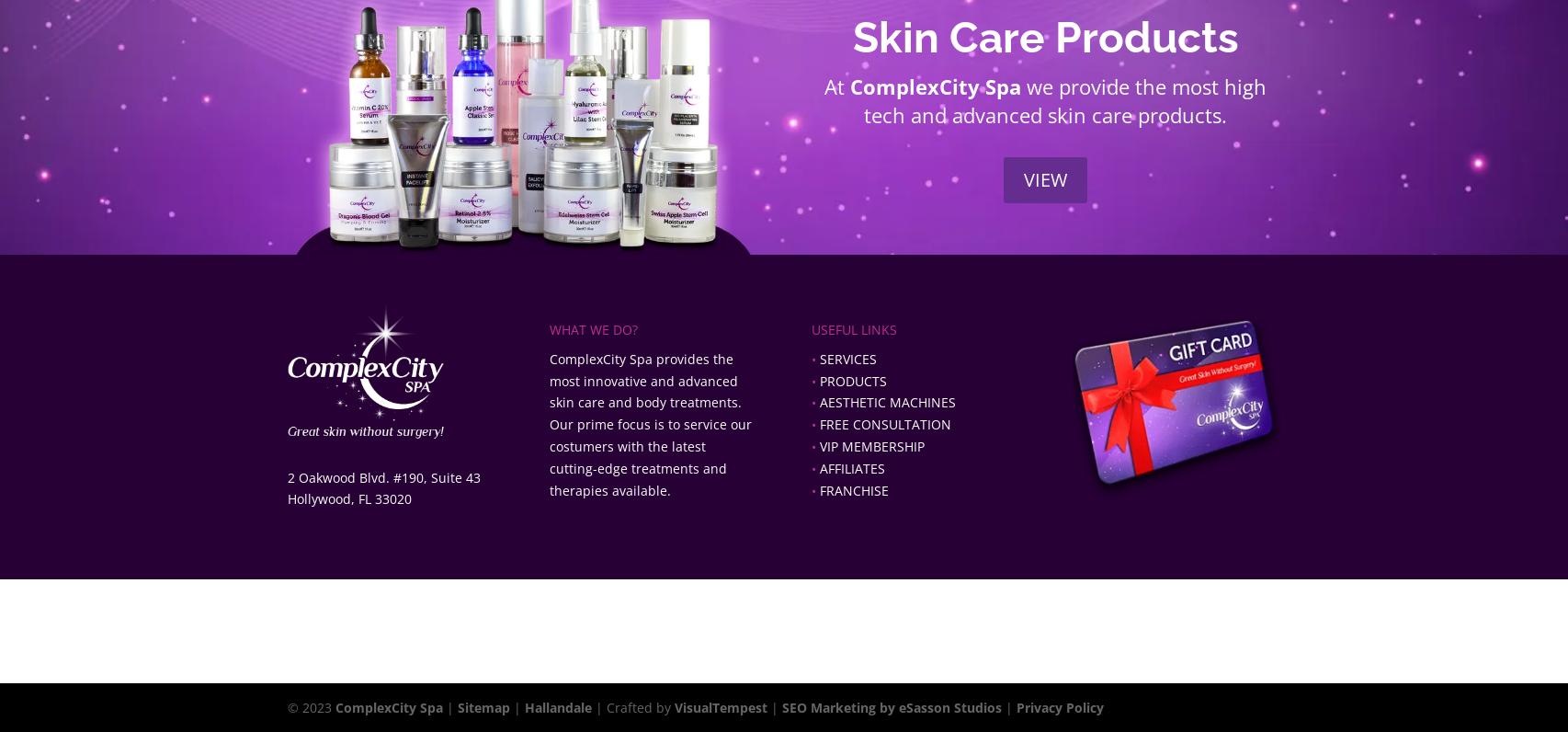  I want to click on 'VisualTempest', so click(673, 707).